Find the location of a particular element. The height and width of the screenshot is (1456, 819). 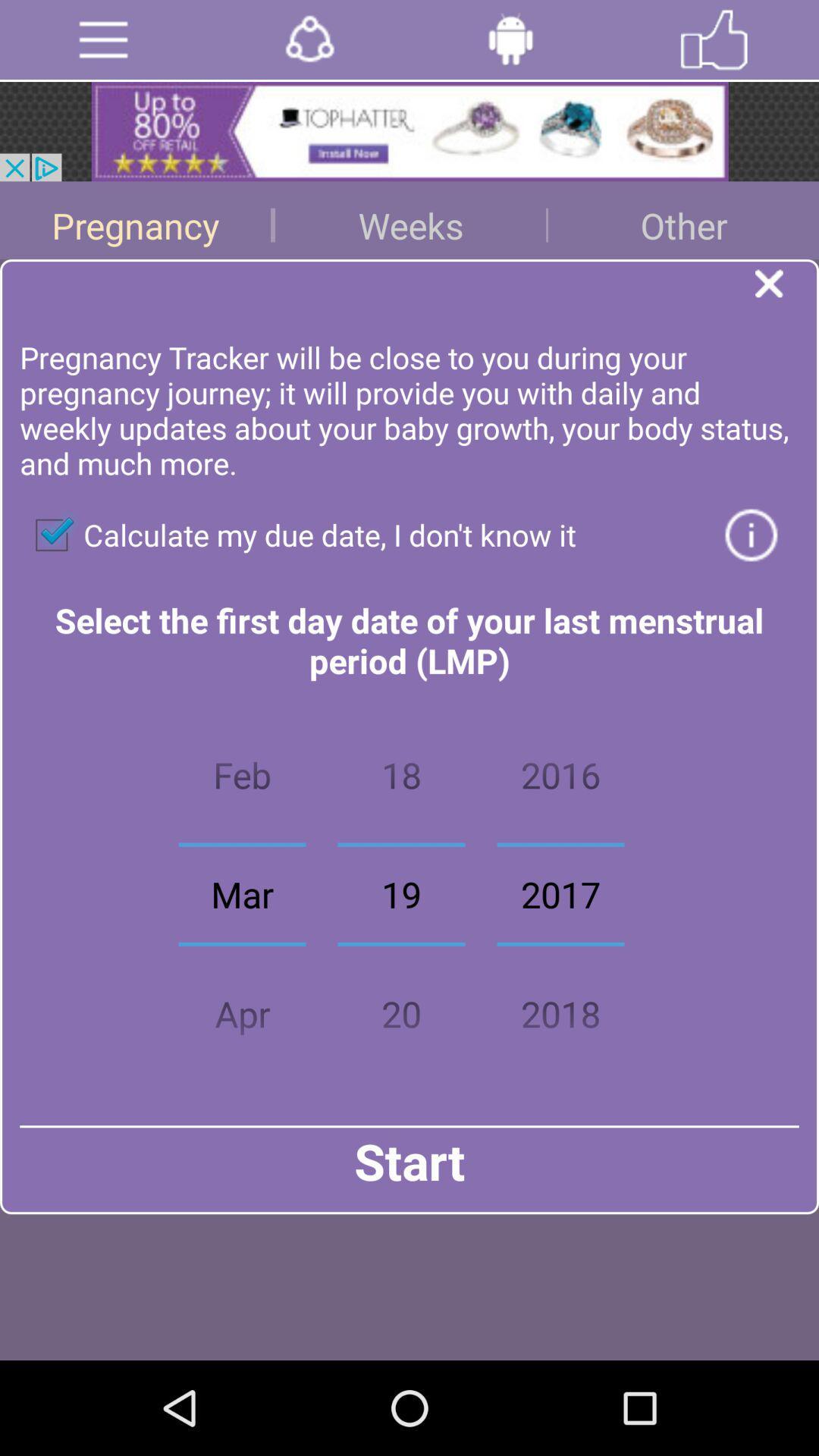

the page is located at coordinates (786, 288).